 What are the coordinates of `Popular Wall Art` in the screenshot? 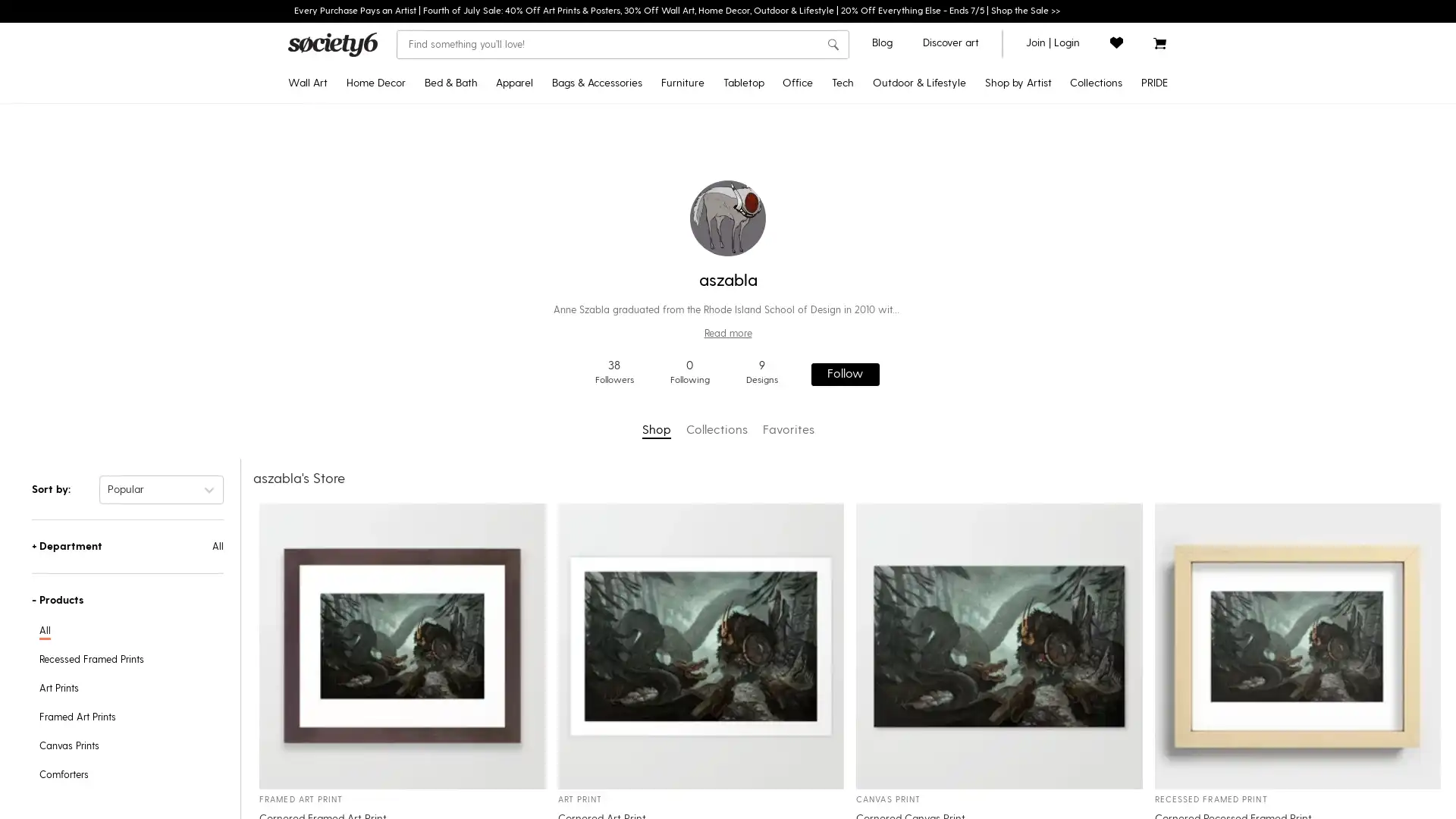 It's located at (1040, 219).